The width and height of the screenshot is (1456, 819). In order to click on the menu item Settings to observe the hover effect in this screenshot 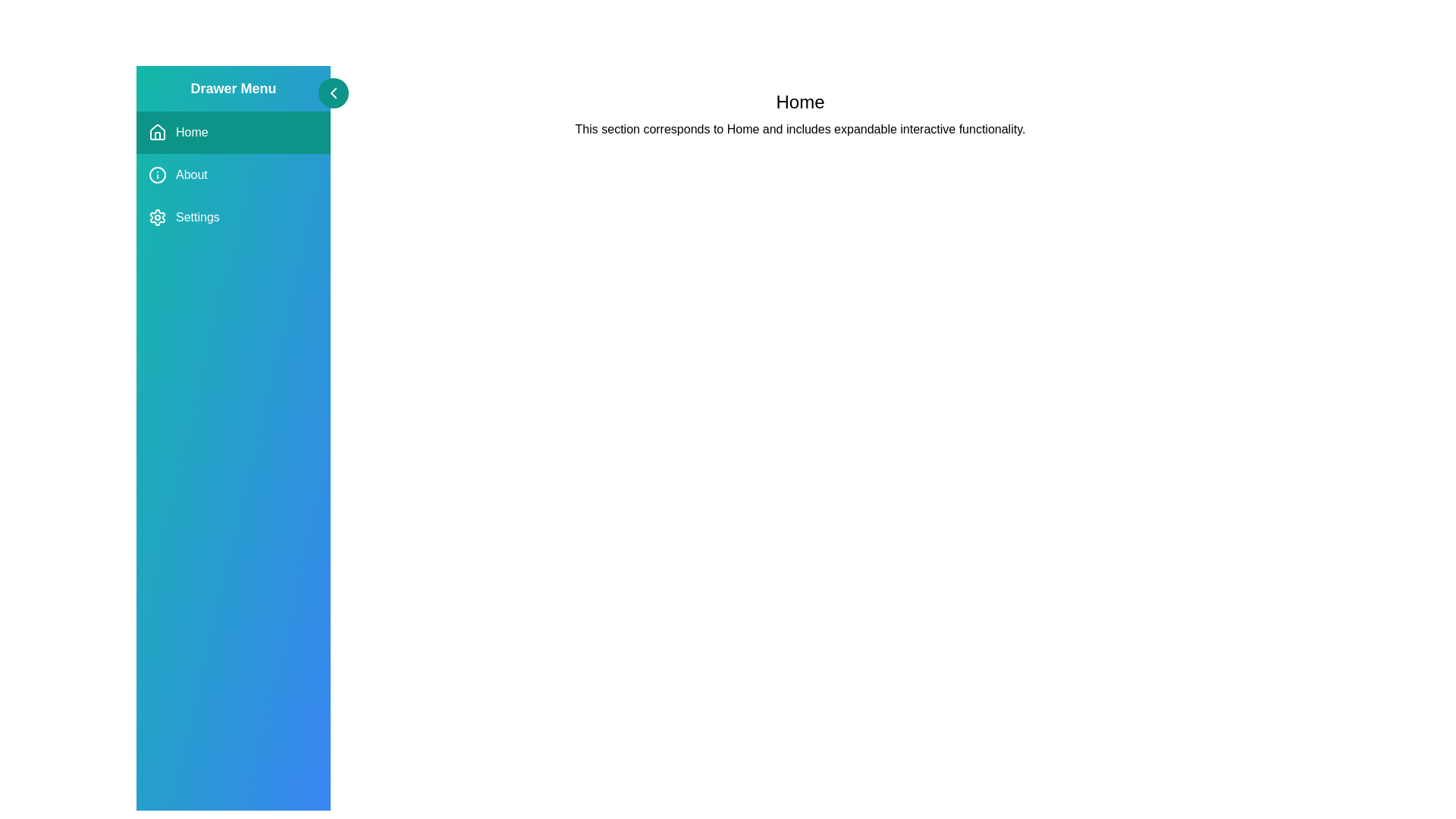, I will do `click(232, 217)`.